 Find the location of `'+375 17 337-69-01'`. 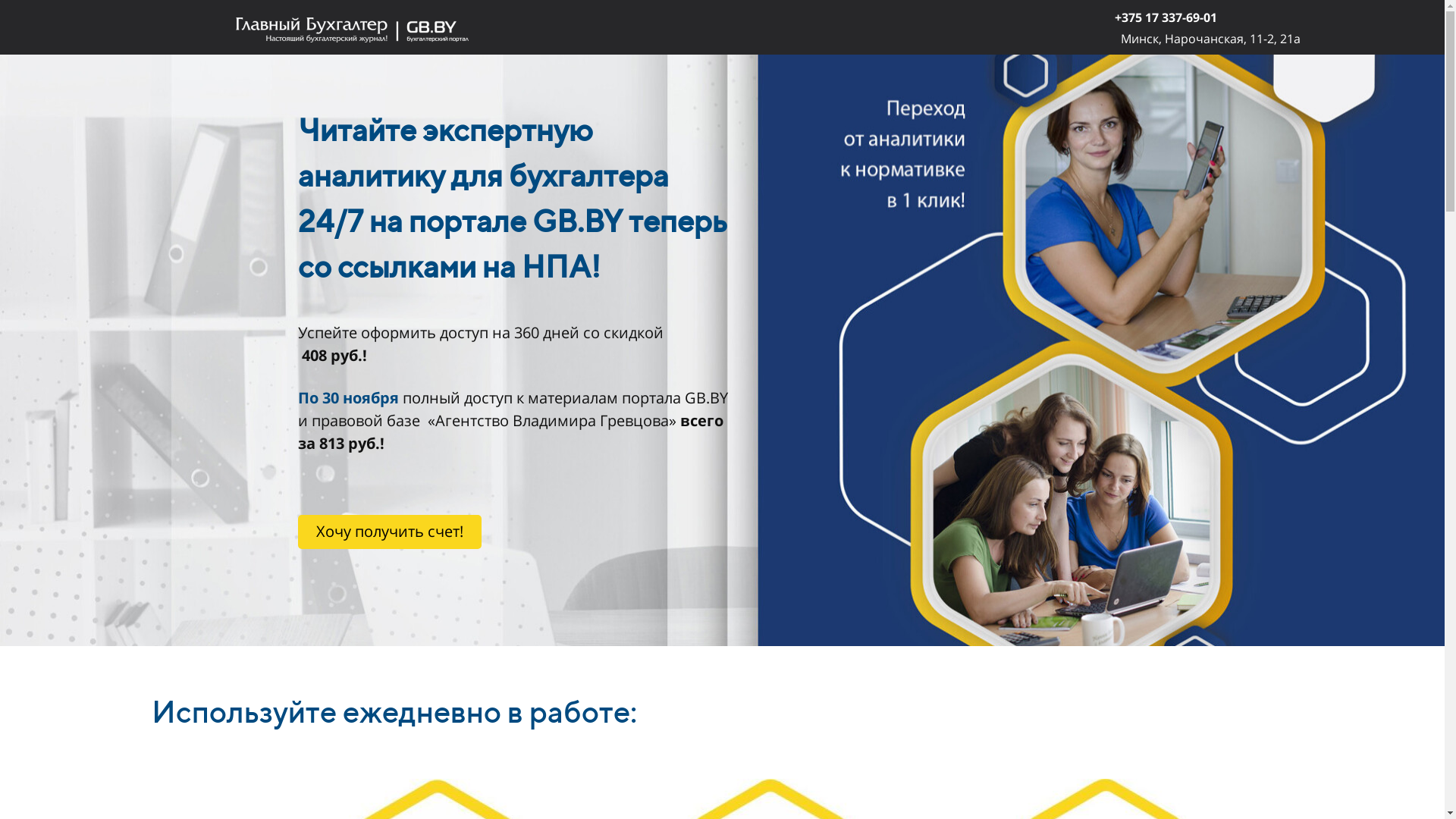

'+375 17 337-69-01' is located at coordinates (1165, 17).